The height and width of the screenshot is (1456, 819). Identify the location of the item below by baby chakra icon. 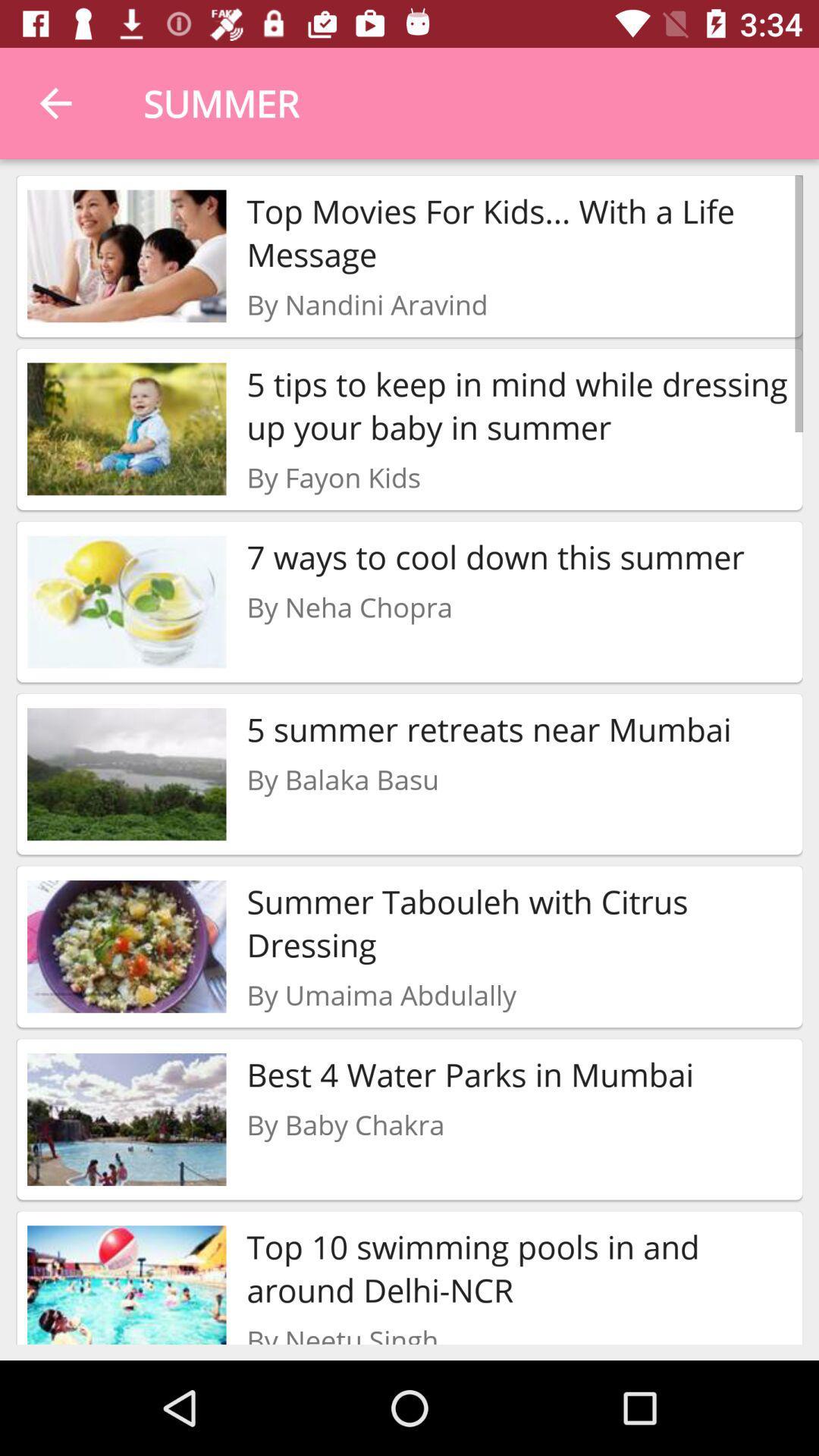
(519, 1268).